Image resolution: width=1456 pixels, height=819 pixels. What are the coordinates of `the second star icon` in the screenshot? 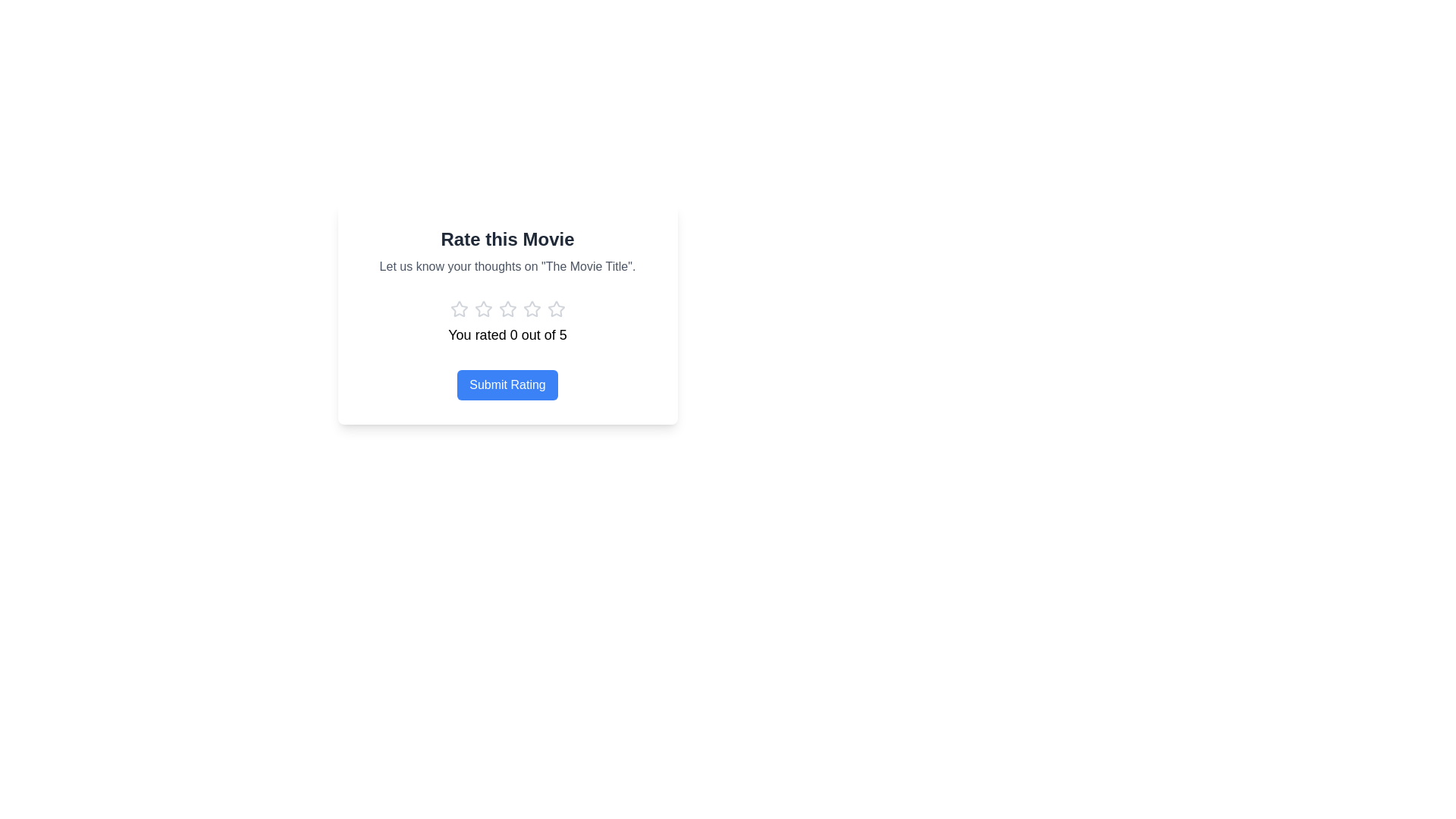 It's located at (507, 308).